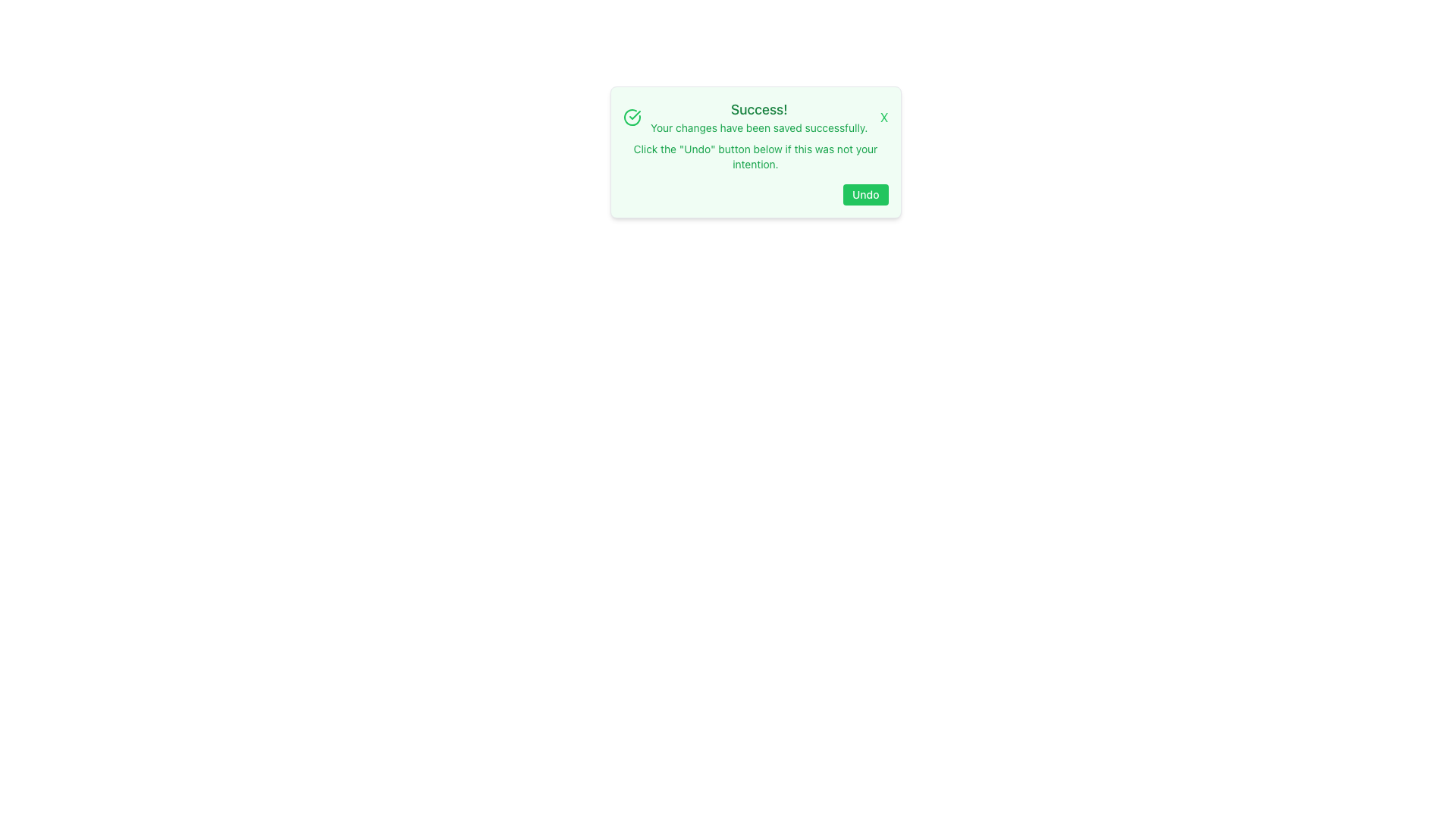 This screenshot has height=819, width=1456. What do you see at coordinates (759, 116) in the screenshot?
I see `the static text element that provides feedback to the user about their recent actions, located in the notification box between the green icon and the close button` at bounding box center [759, 116].